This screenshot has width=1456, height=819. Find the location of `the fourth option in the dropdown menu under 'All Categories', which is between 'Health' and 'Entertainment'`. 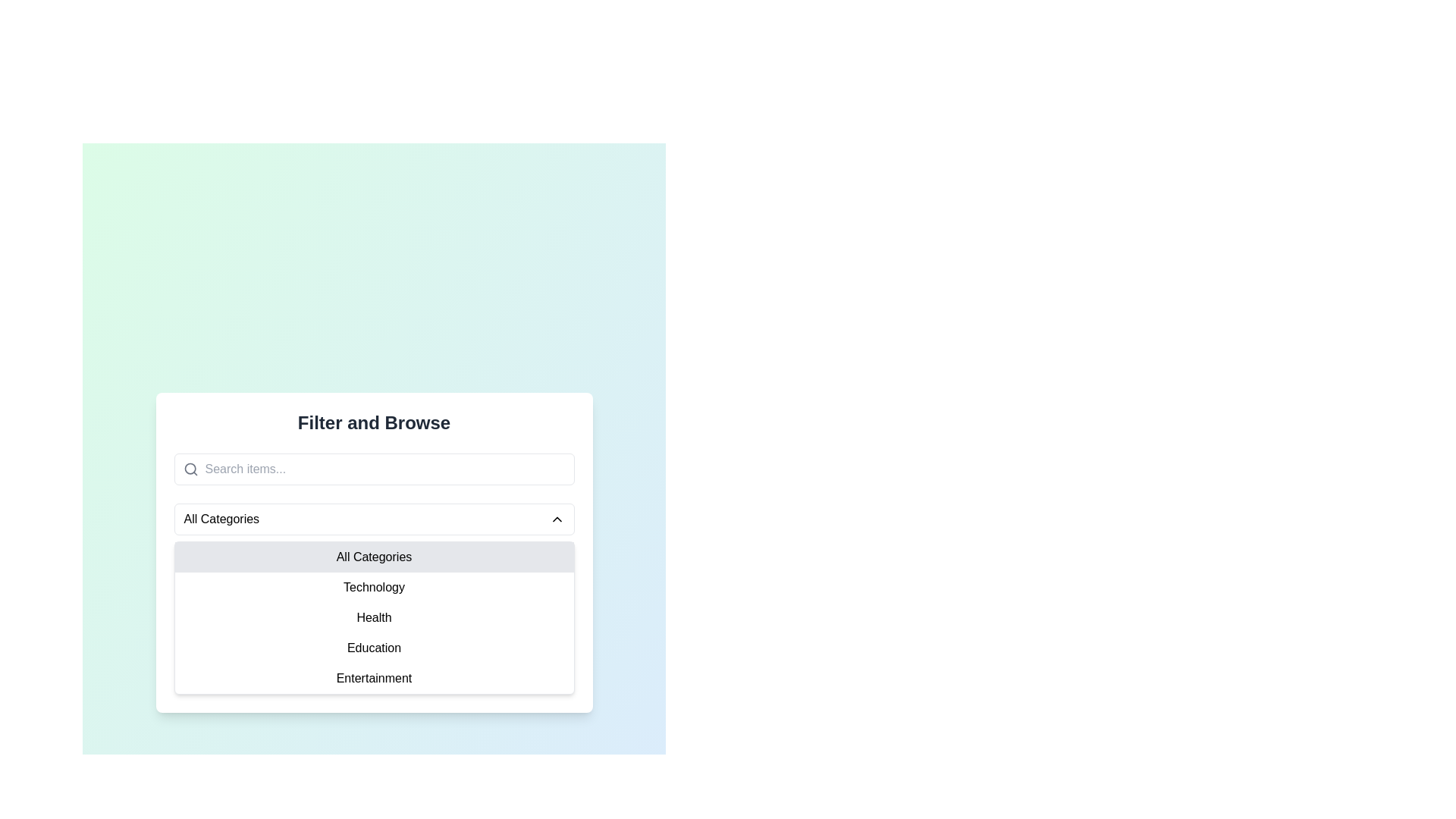

the fourth option in the dropdown menu under 'All Categories', which is between 'Health' and 'Entertainment' is located at coordinates (374, 648).